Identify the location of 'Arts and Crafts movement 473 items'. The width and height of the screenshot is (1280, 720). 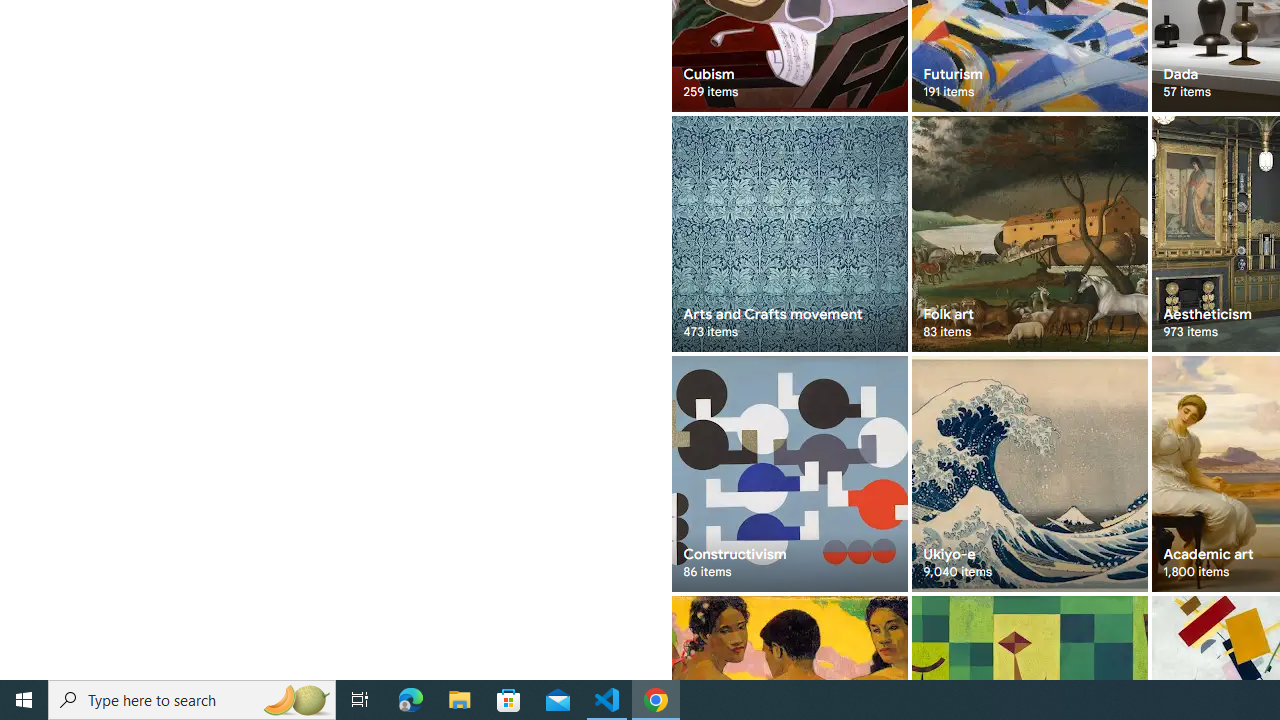
(788, 233).